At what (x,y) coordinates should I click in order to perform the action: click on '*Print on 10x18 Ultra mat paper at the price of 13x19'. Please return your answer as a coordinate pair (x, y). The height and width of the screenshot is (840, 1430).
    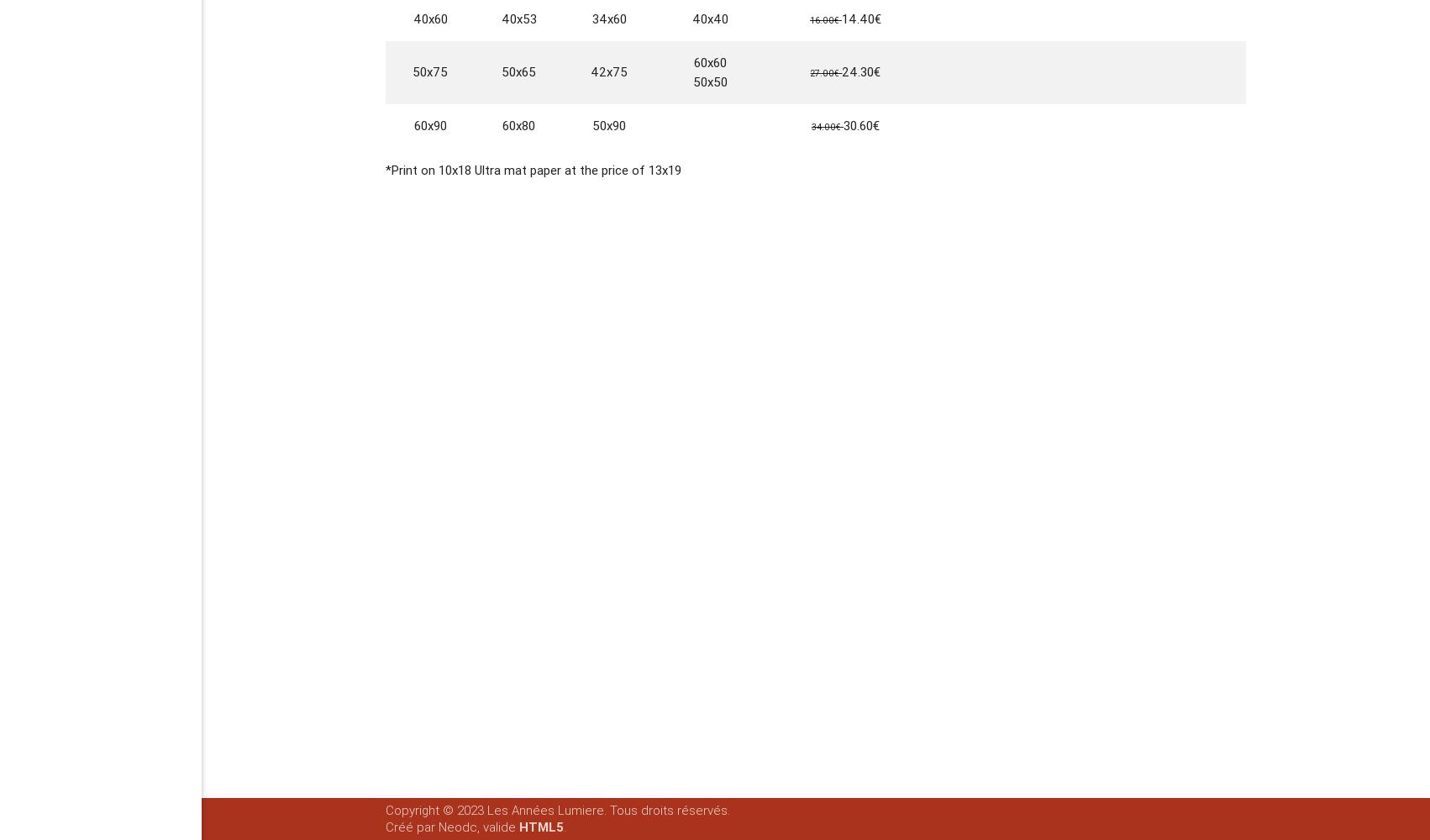
    Looking at the image, I should click on (534, 168).